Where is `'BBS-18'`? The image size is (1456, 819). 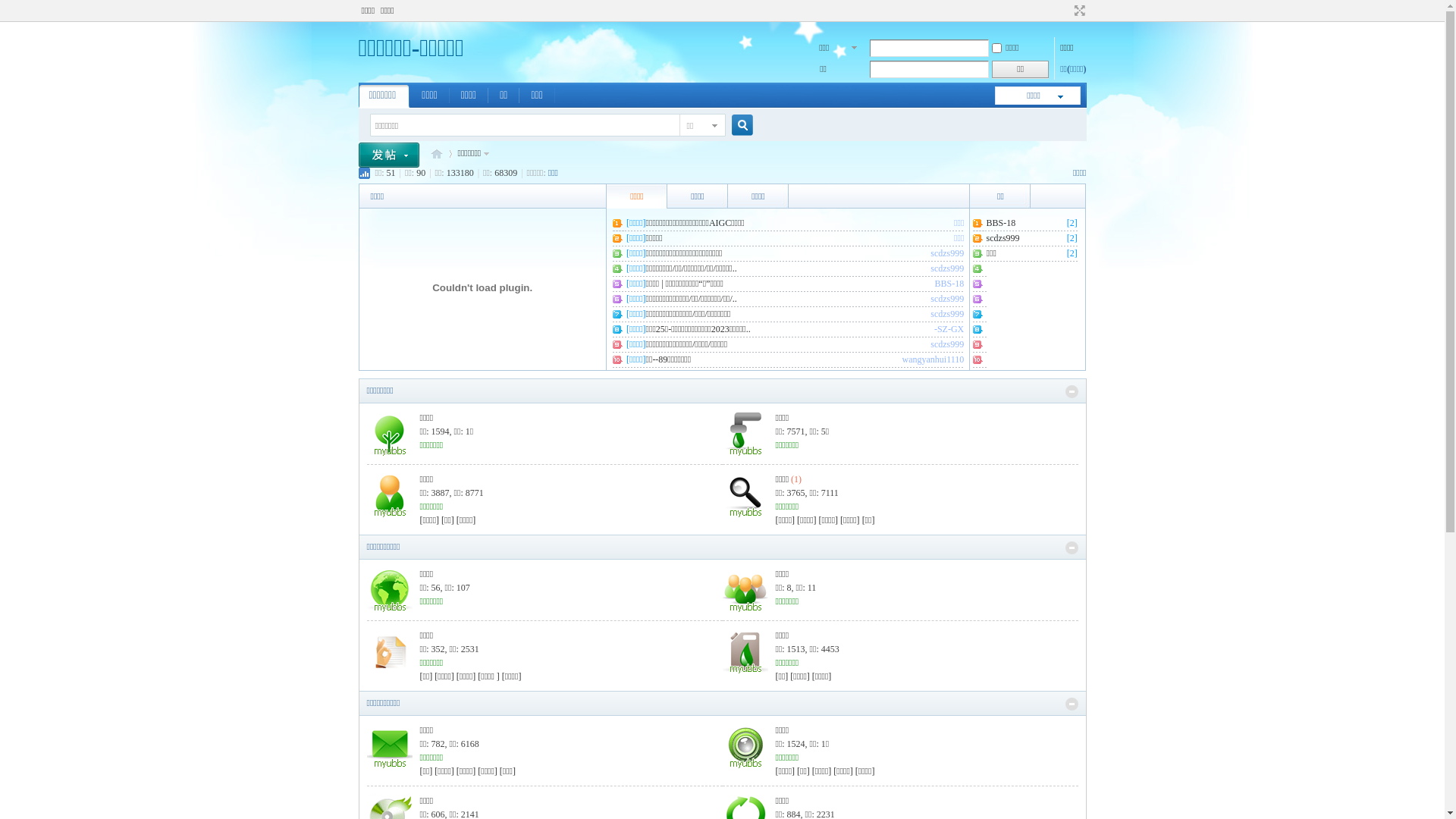
'BBS-18' is located at coordinates (949, 284).